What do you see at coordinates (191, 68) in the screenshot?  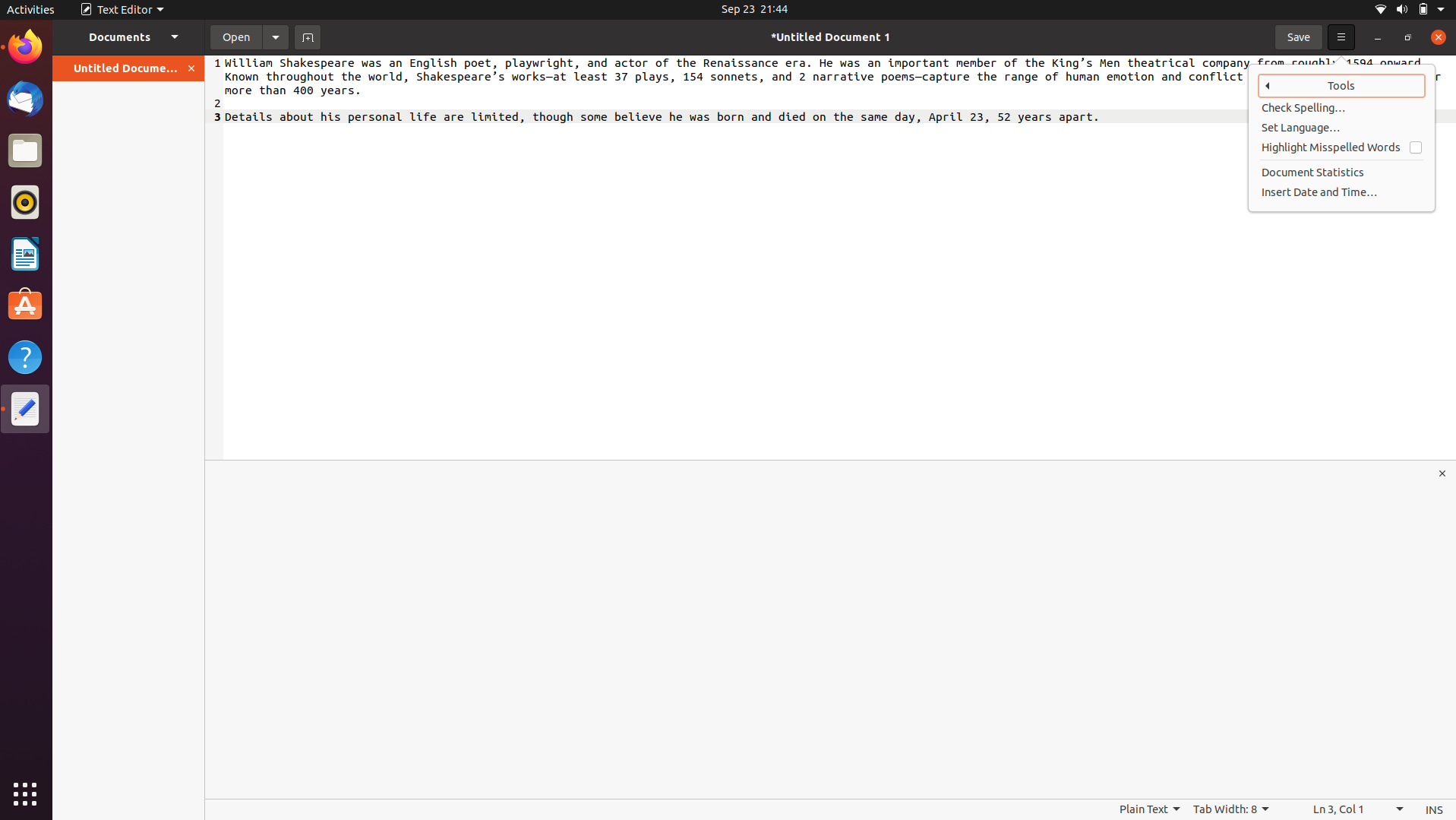 I see `To close the document, select the orange button from the left side panel` at bounding box center [191, 68].